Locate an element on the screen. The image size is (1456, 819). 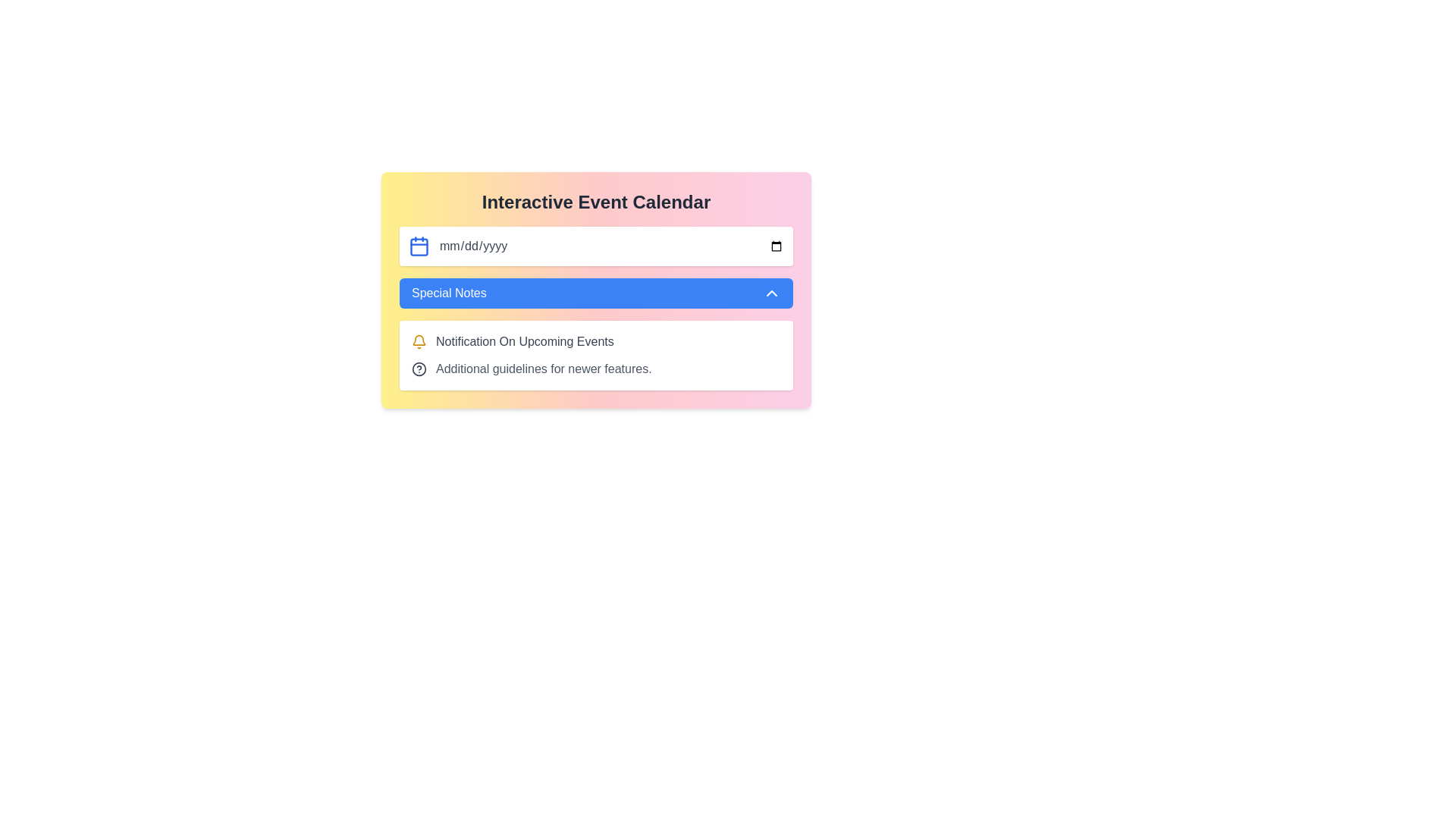
the informational/help icon located within the horizontal group at the bottom section of the interface, preceding the text 'Additional guidelines for newer features.' is located at coordinates (419, 369).